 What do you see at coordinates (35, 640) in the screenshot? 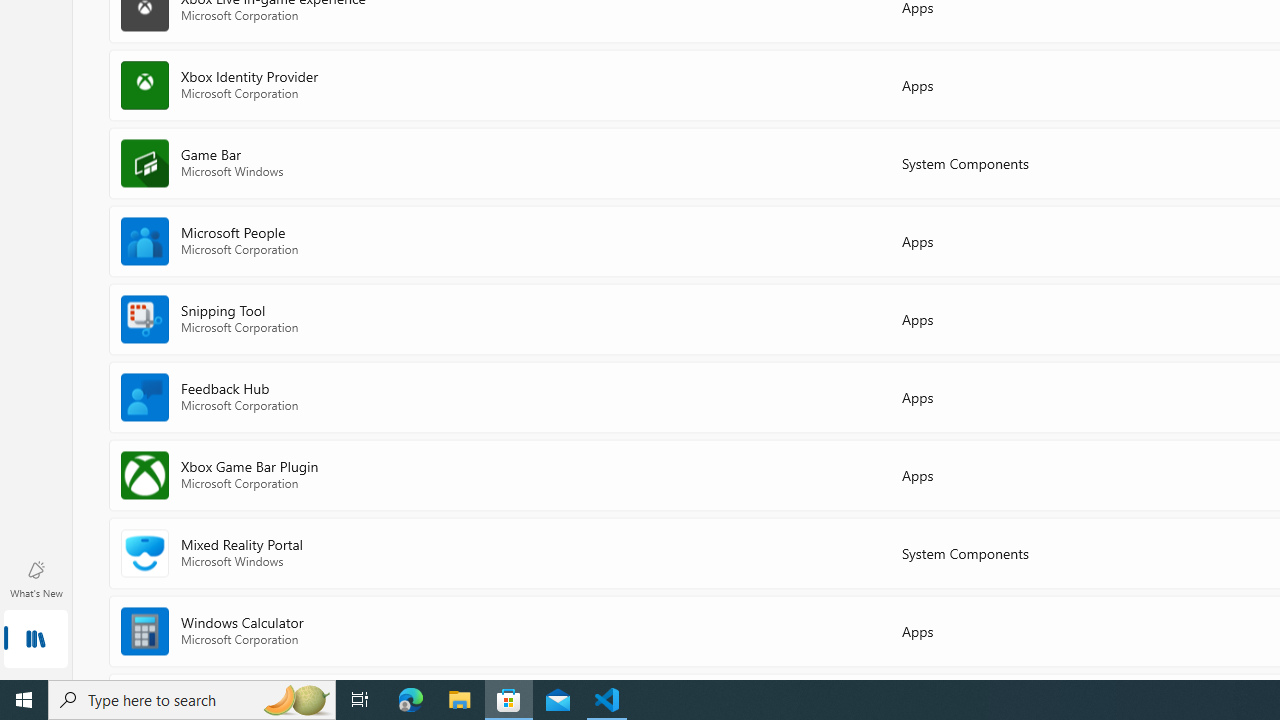
I see `'Library'` at bounding box center [35, 640].